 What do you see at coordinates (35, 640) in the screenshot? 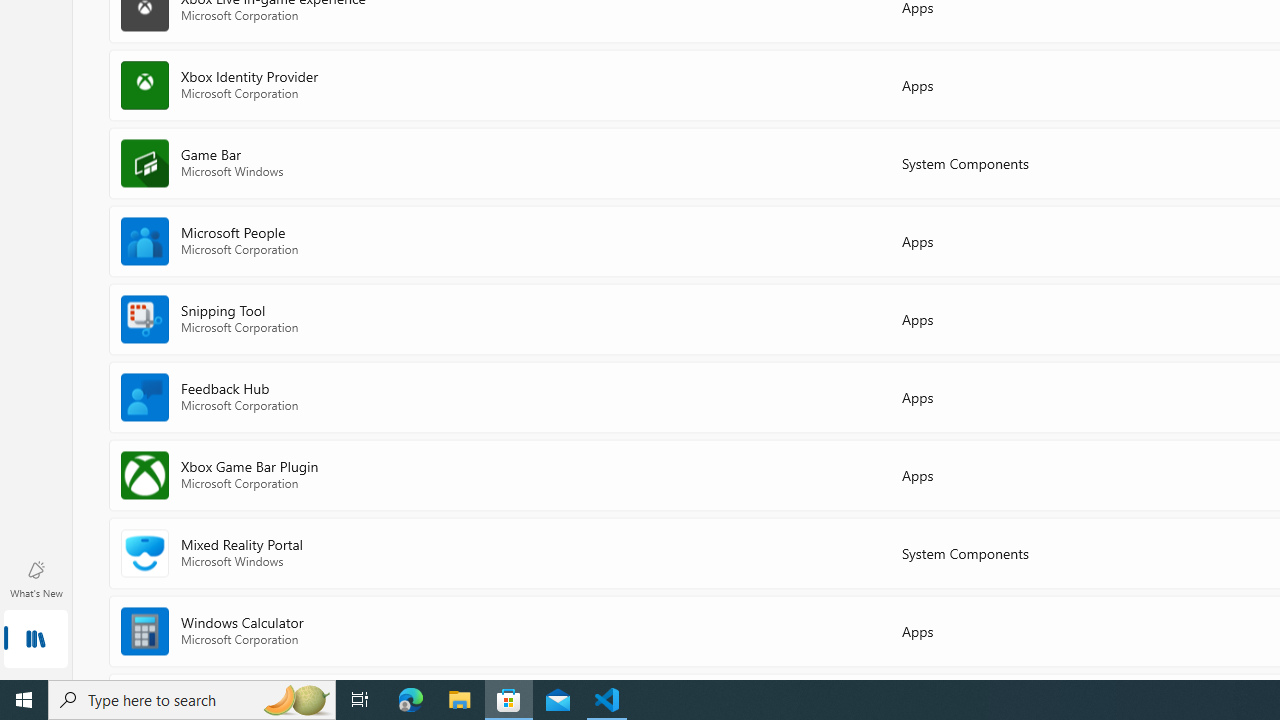
I see `'Library'` at bounding box center [35, 640].